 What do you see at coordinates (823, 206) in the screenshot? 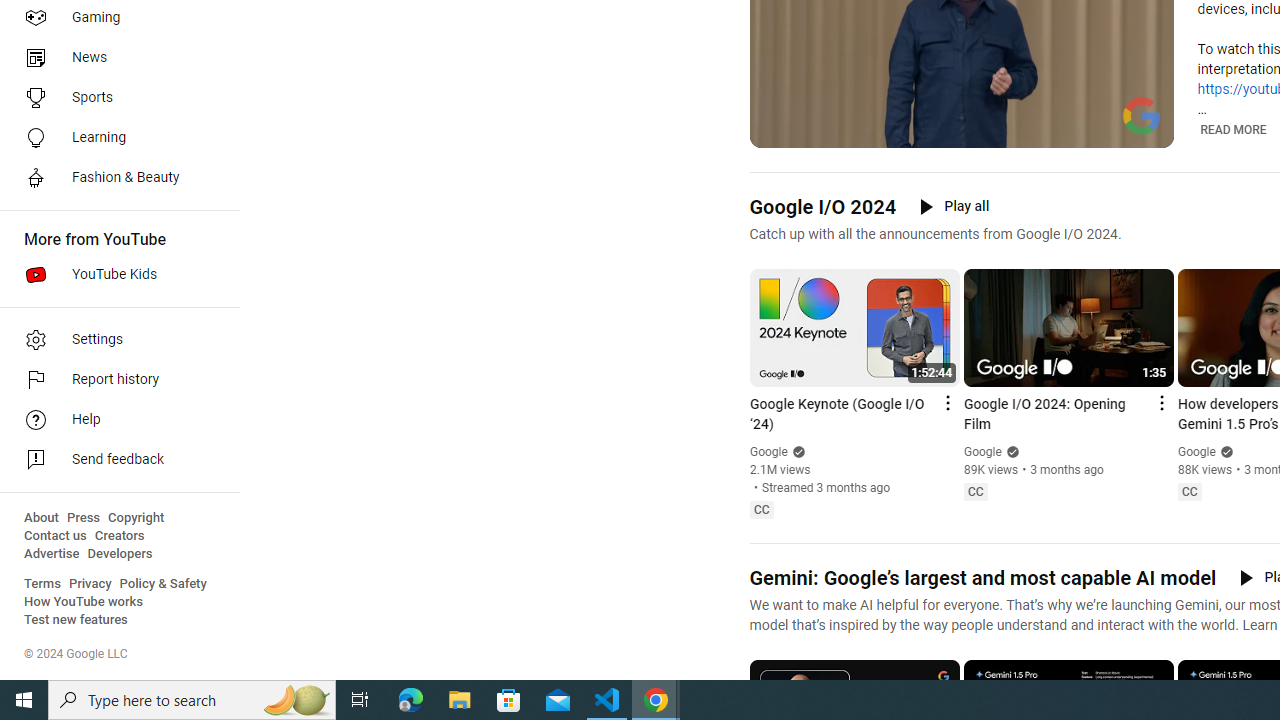
I see `'Google I/O 2024'` at bounding box center [823, 206].